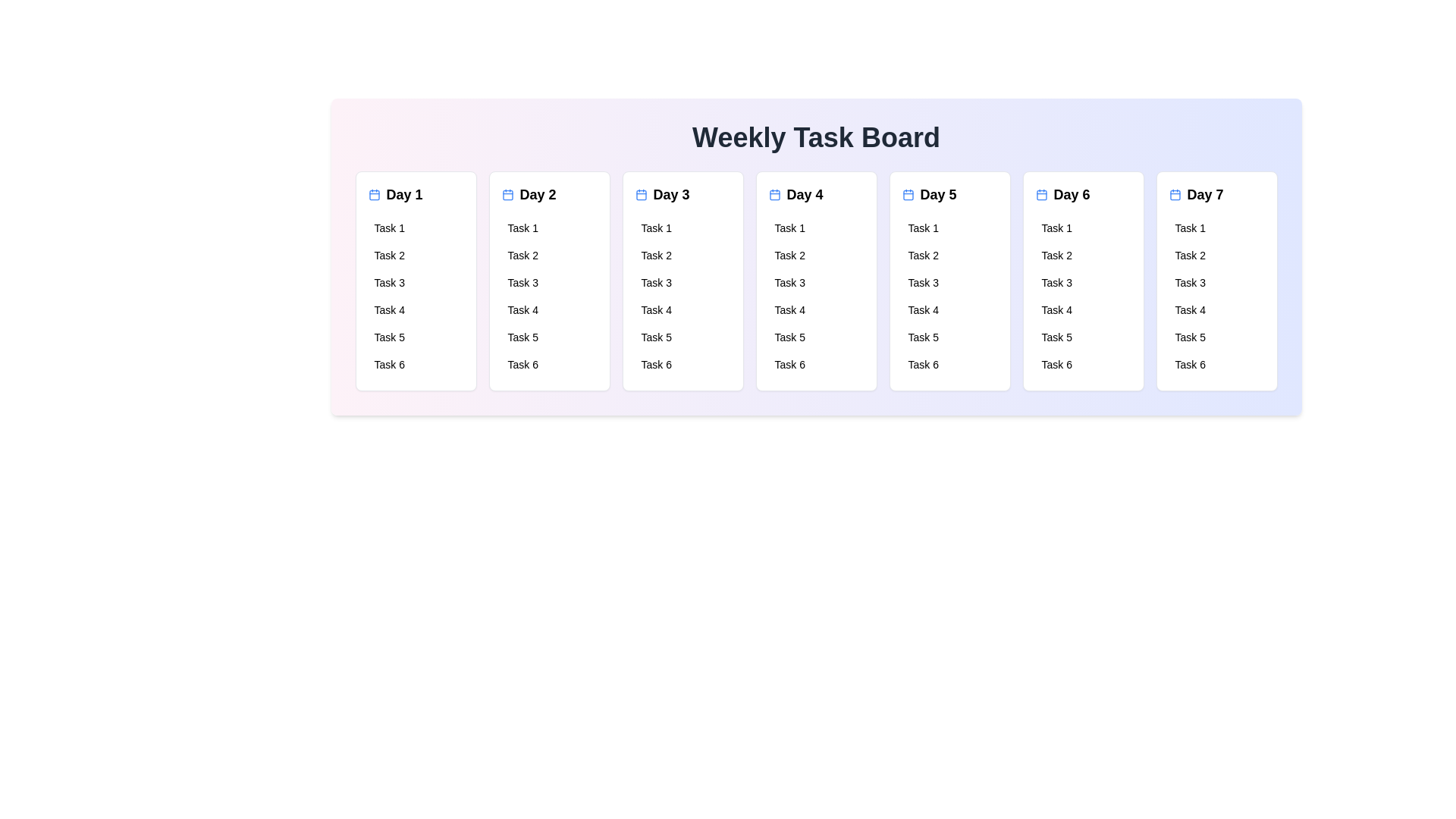  Describe the element at coordinates (682, 281) in the screenshot. I see `the tasks for Day 3 by interacting with the corresponding day card` at that location.